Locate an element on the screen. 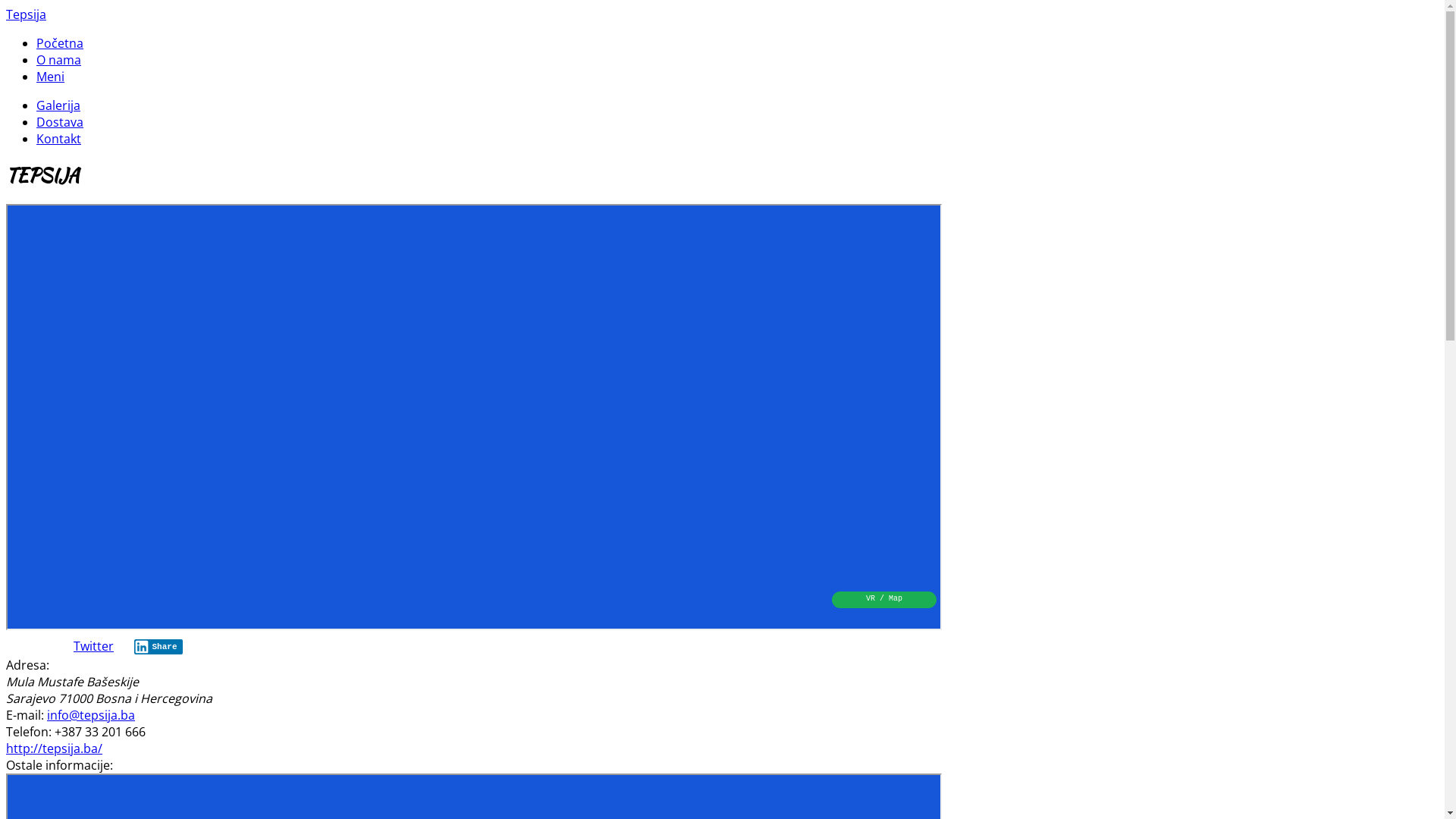 This screenshot has height=819, width=1456. 'Share' is located at coordinates (134, 646).